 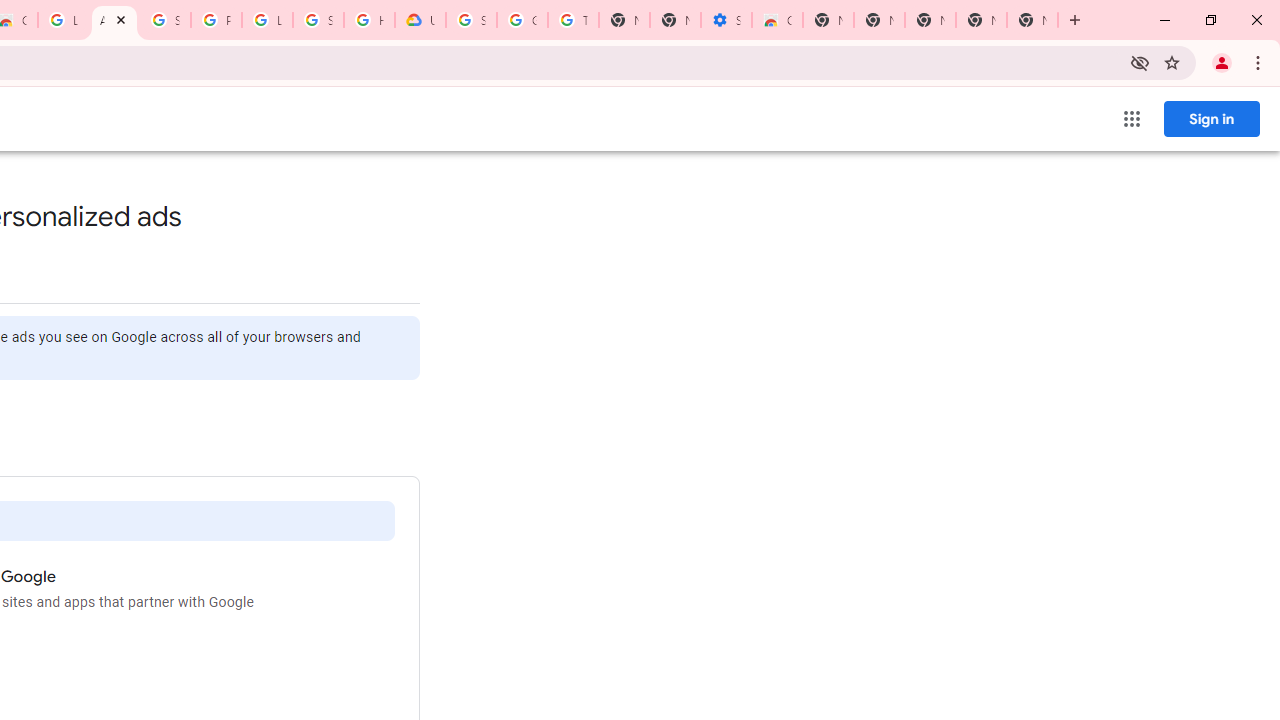 I want to click on 'Turn cookies on or off - Computer - Google Account Help', so click(x=572, y=20).